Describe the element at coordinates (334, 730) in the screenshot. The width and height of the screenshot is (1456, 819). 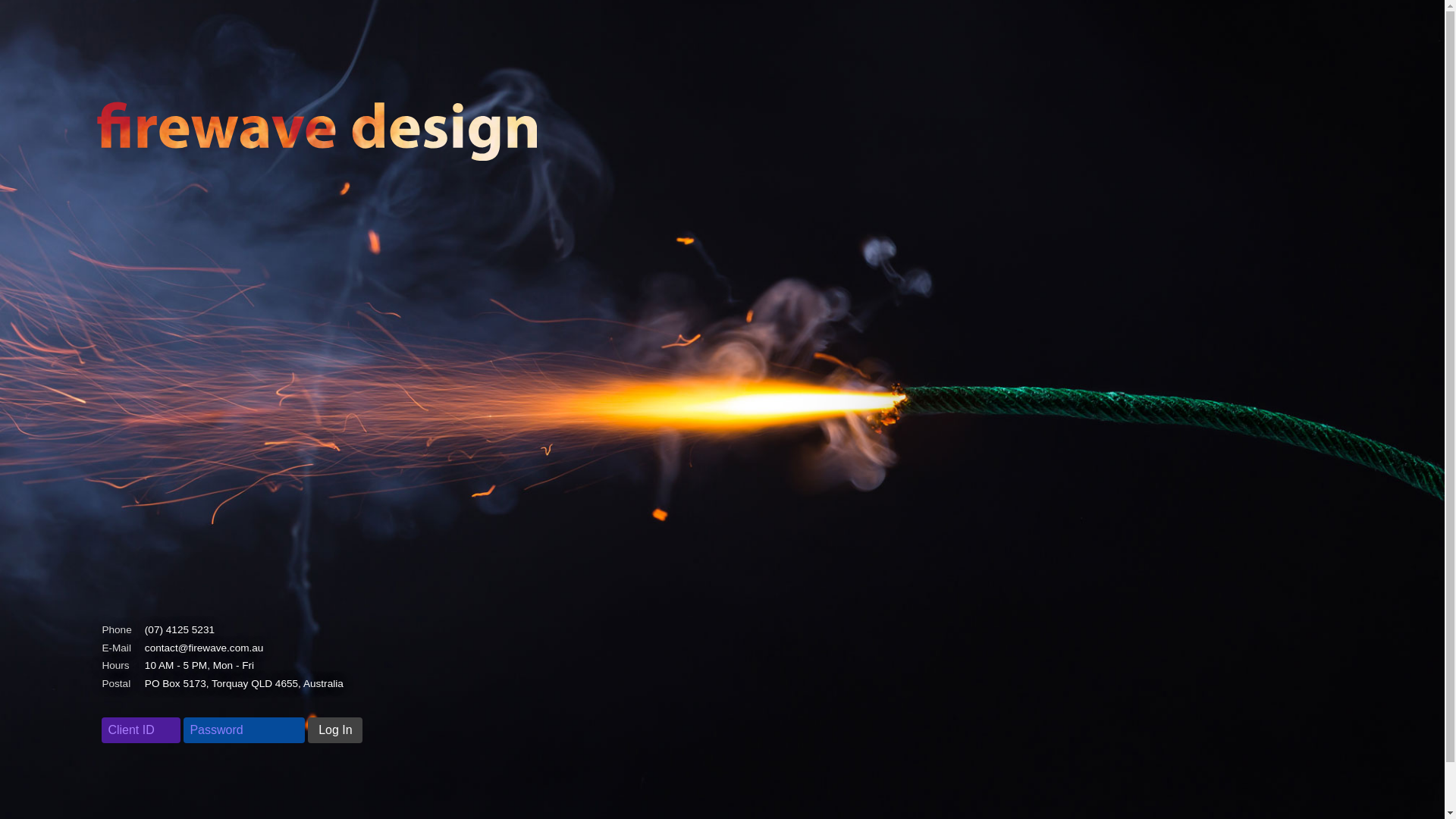
I see `'Log In'` at that location.